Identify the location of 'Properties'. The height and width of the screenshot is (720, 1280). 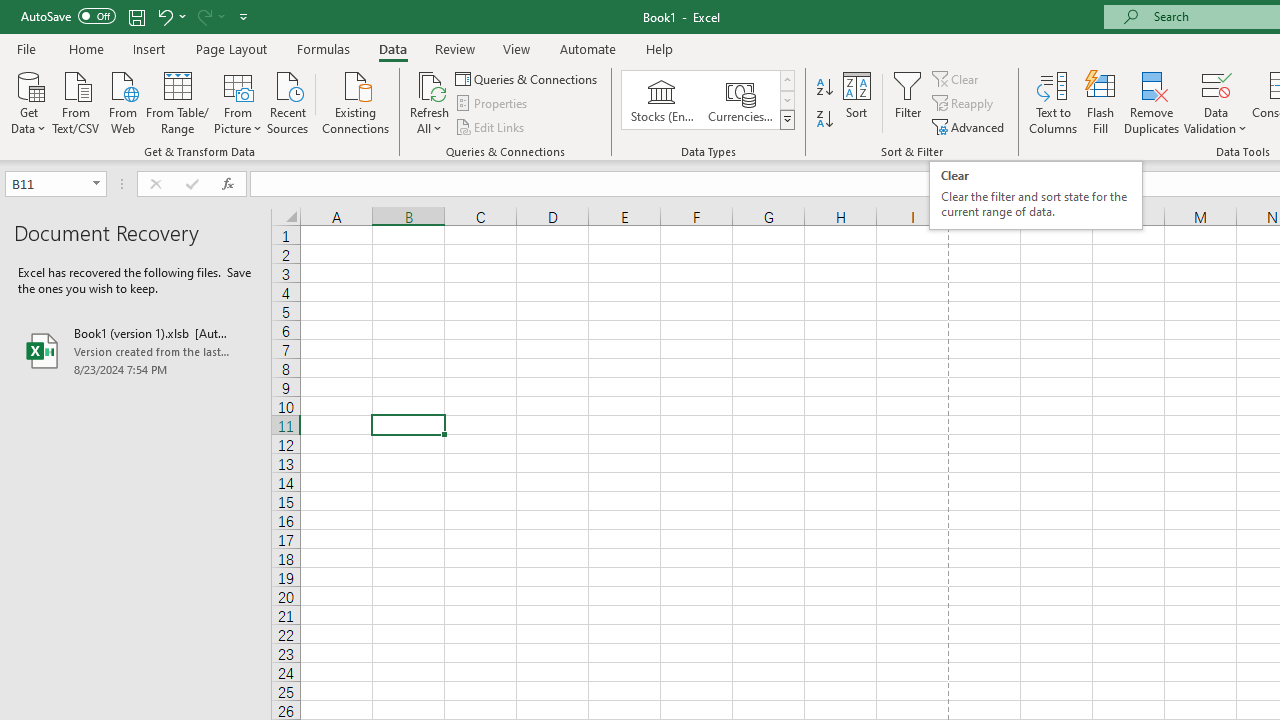
(492, 103).